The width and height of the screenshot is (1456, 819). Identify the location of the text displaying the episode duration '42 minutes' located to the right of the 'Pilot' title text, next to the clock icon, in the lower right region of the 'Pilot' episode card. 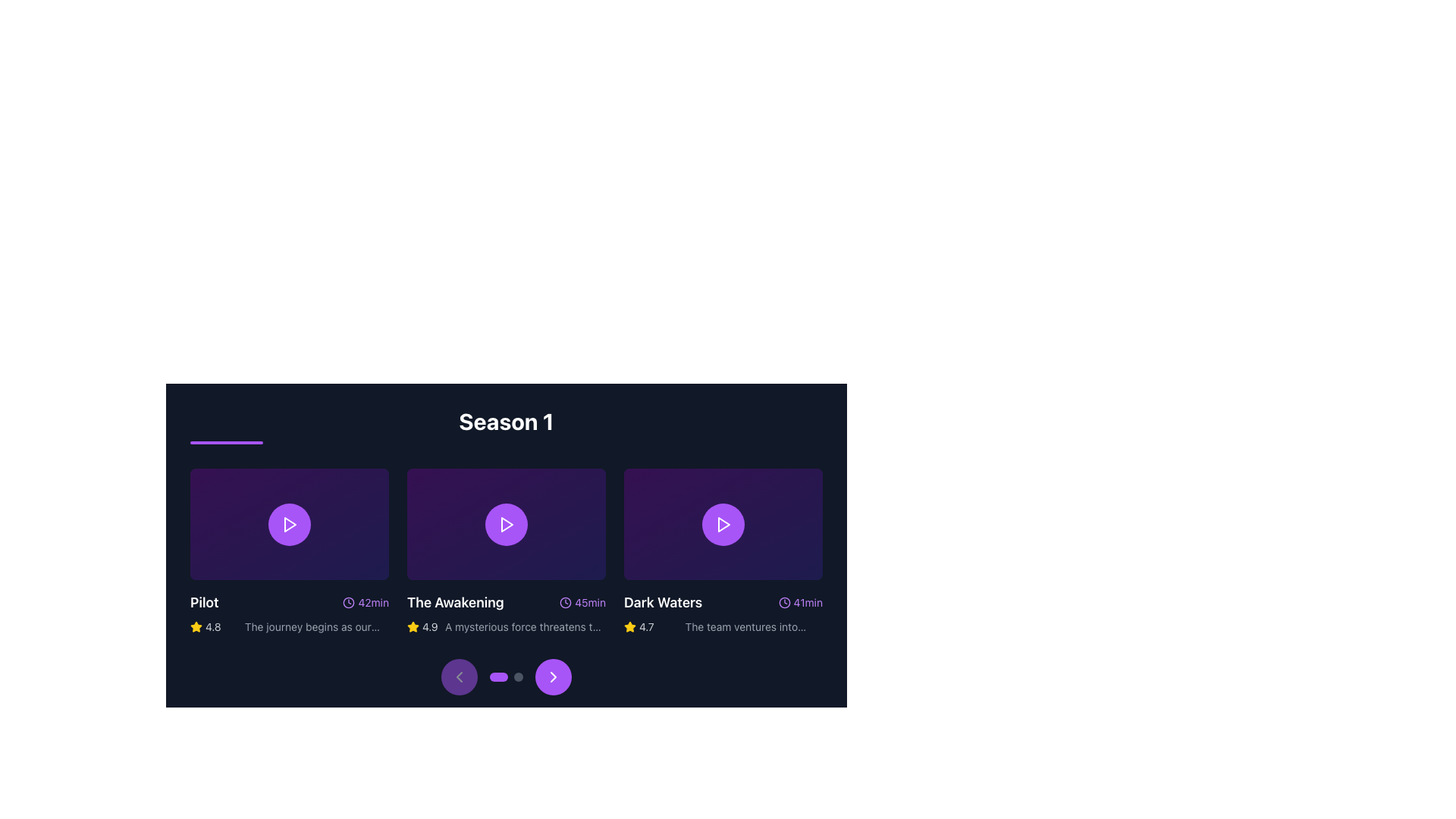
(366, 602).